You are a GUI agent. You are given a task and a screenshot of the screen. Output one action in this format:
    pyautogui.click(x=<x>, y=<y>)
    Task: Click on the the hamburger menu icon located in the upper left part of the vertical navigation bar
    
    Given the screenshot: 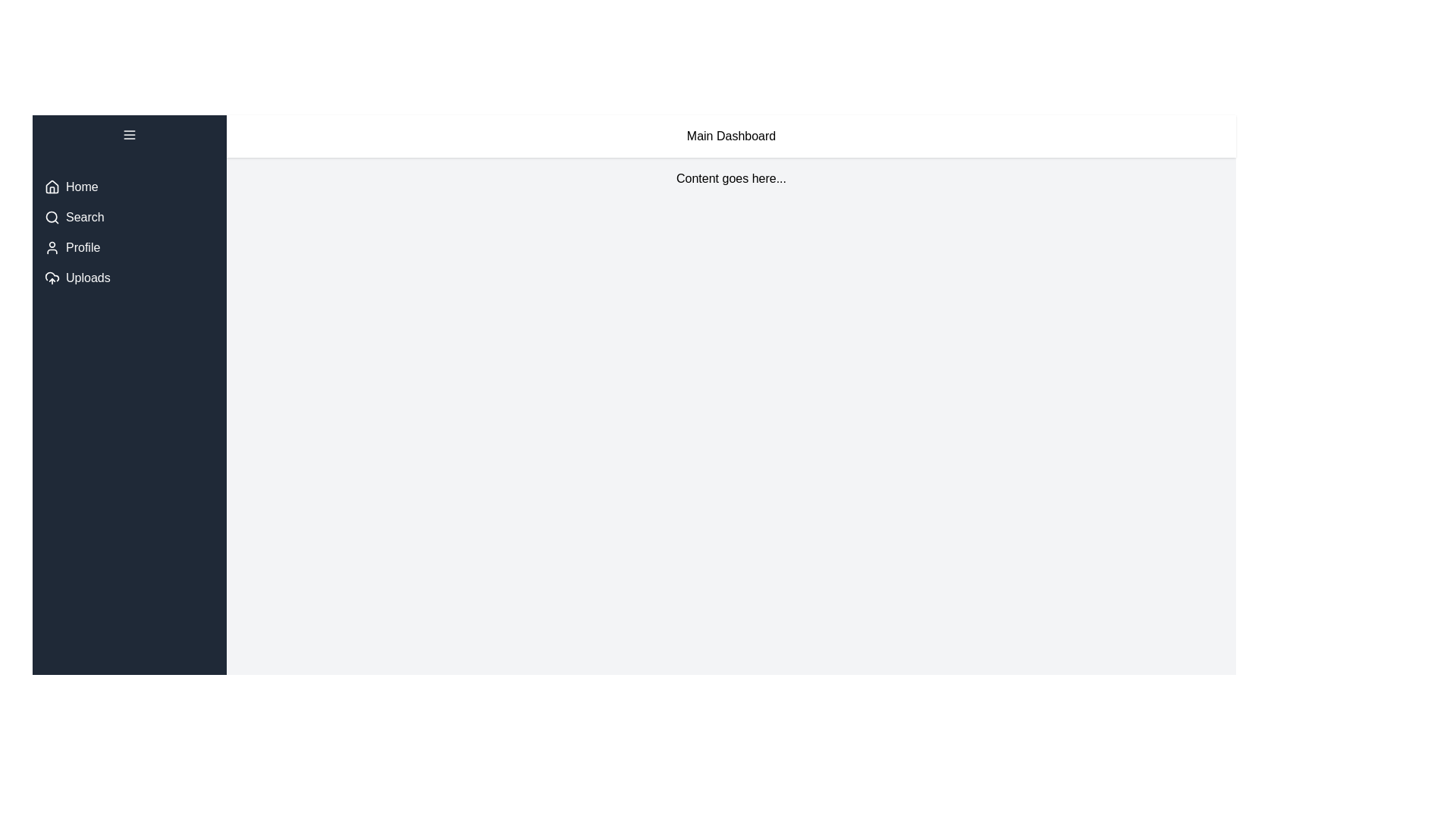 What is the action you would take?
    pyautogui.click(x=130, y=133)
    